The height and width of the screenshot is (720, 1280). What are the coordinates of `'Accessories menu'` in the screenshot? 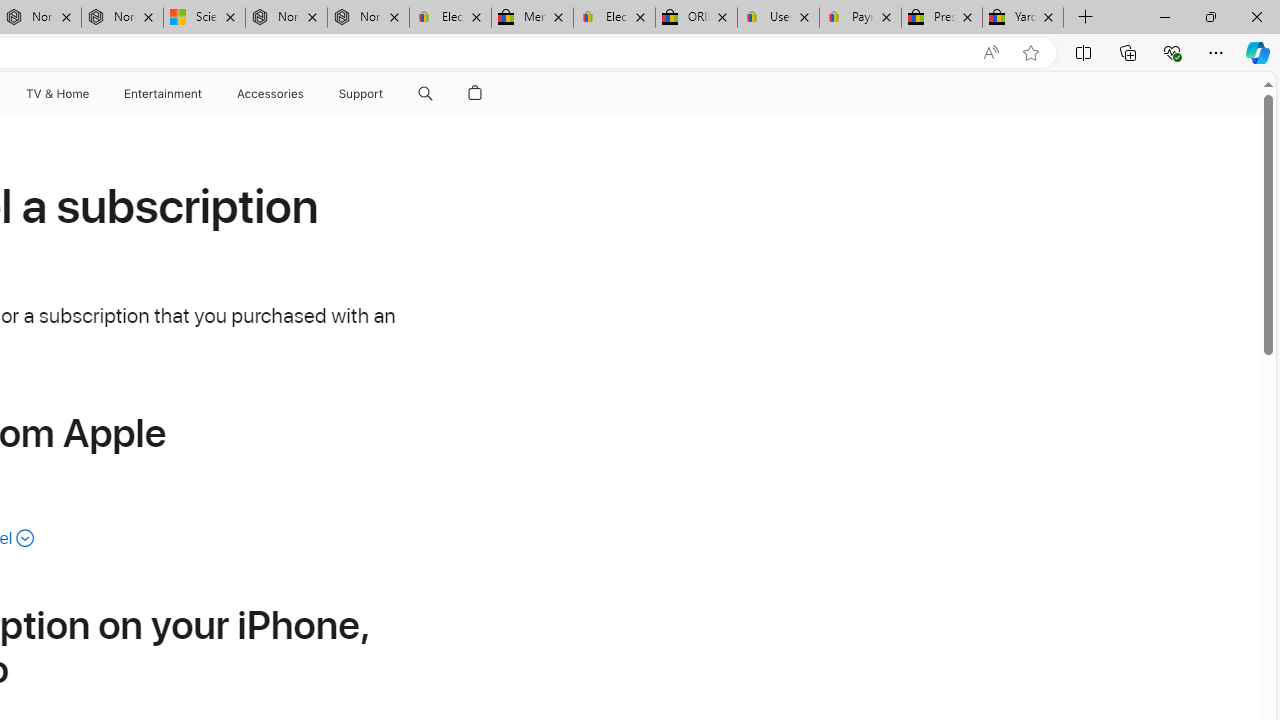 It's located at (306, 93).